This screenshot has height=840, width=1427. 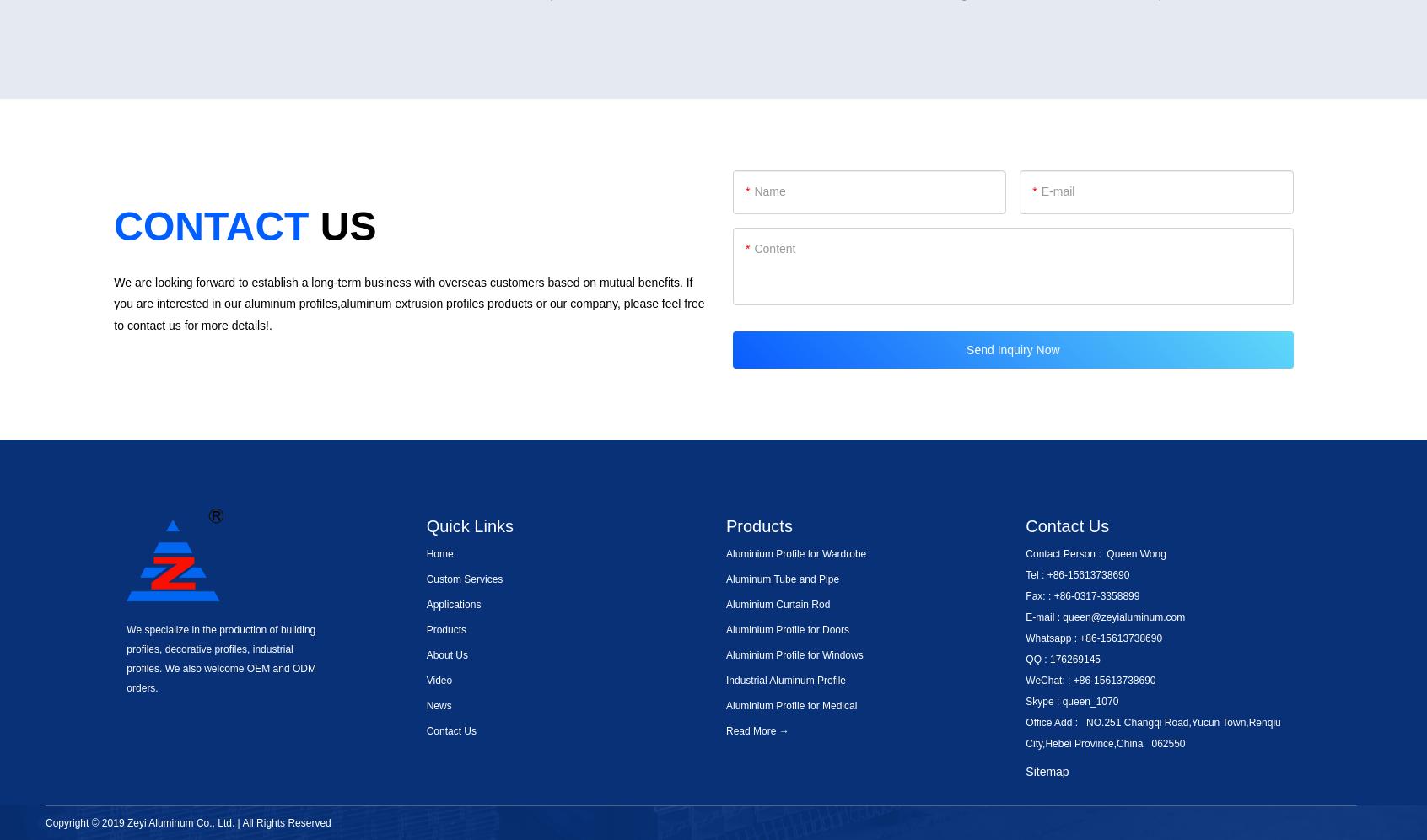 I want to click on 'Aluminium Profile for Windows', so click(x=794, y=654).